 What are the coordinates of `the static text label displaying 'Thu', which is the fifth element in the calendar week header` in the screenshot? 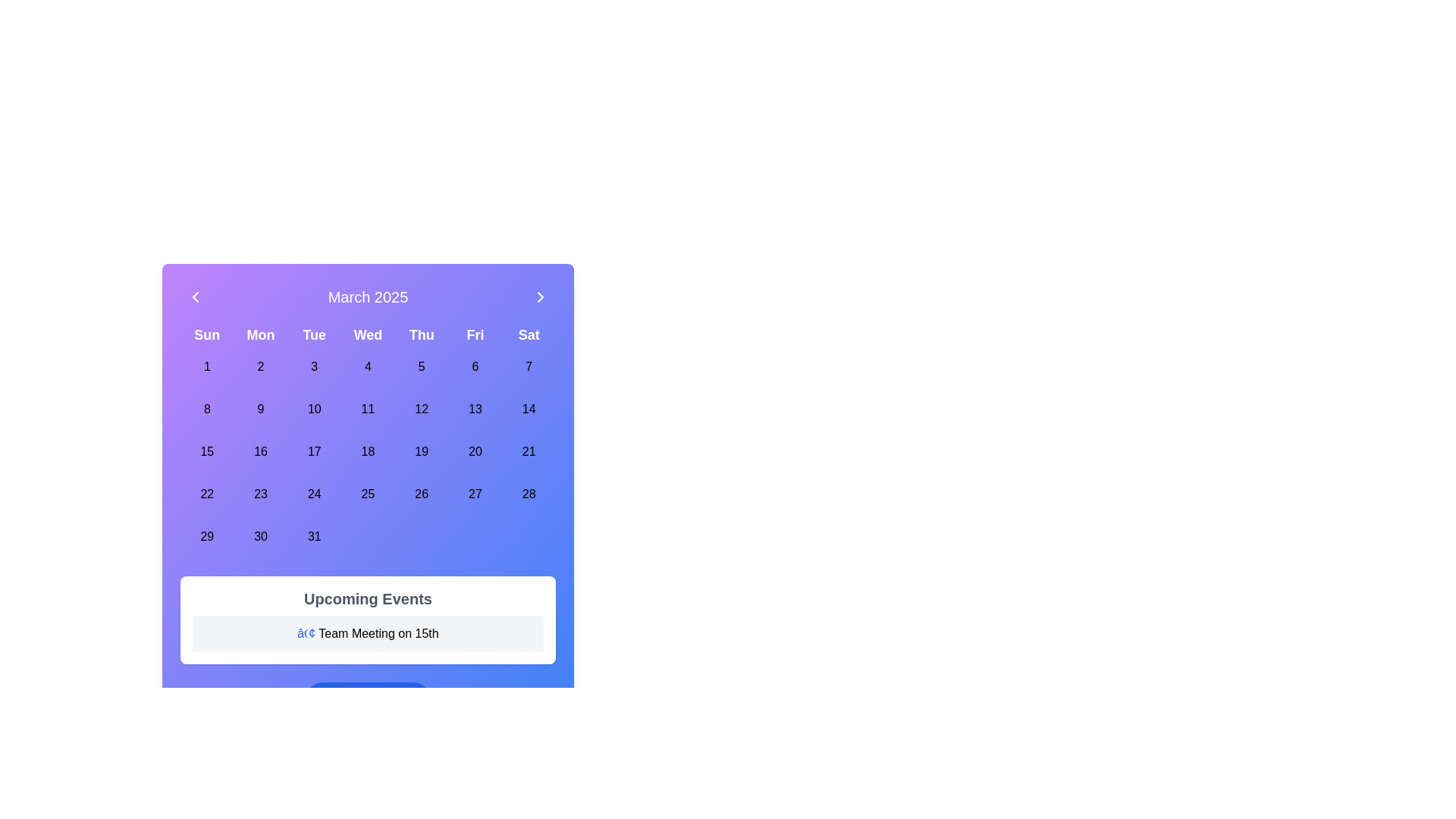 It's located at (422, 334).